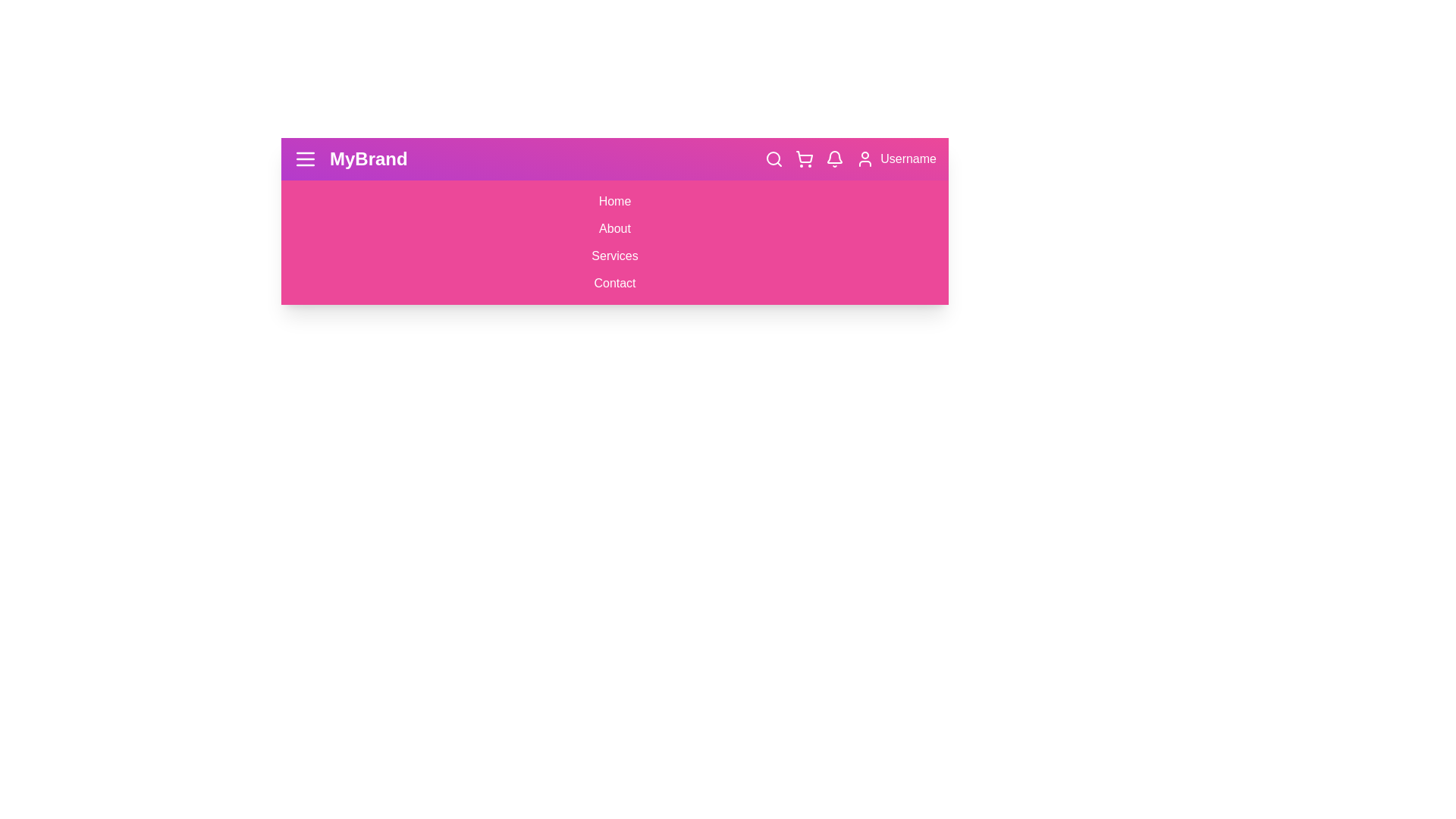 The width and height of the screenshot is (1456, 819). What do you see at coordinates (803, 158) in the screenshot?
I see `the shopping cart icon to access the shopping cart` at bounding box center [803, 158].